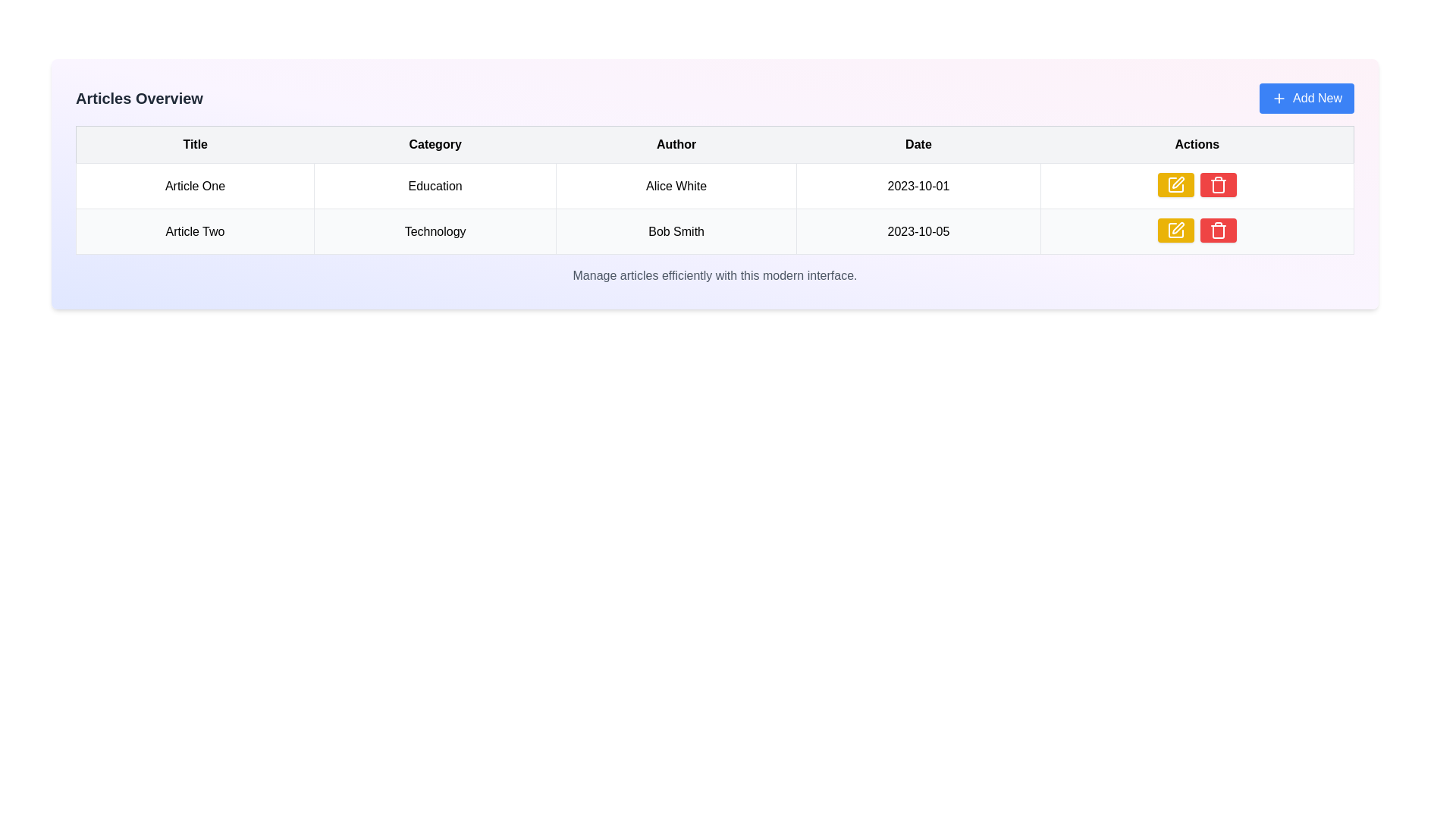 The image size is (1456, 819). What do you see at coordinates (1219, 184) in the screenshot?
I see `the trash can icon button, which is the rightmost icon in the second row of the Actions column, to initiate a delete action` at bounding box center [1219, 184].